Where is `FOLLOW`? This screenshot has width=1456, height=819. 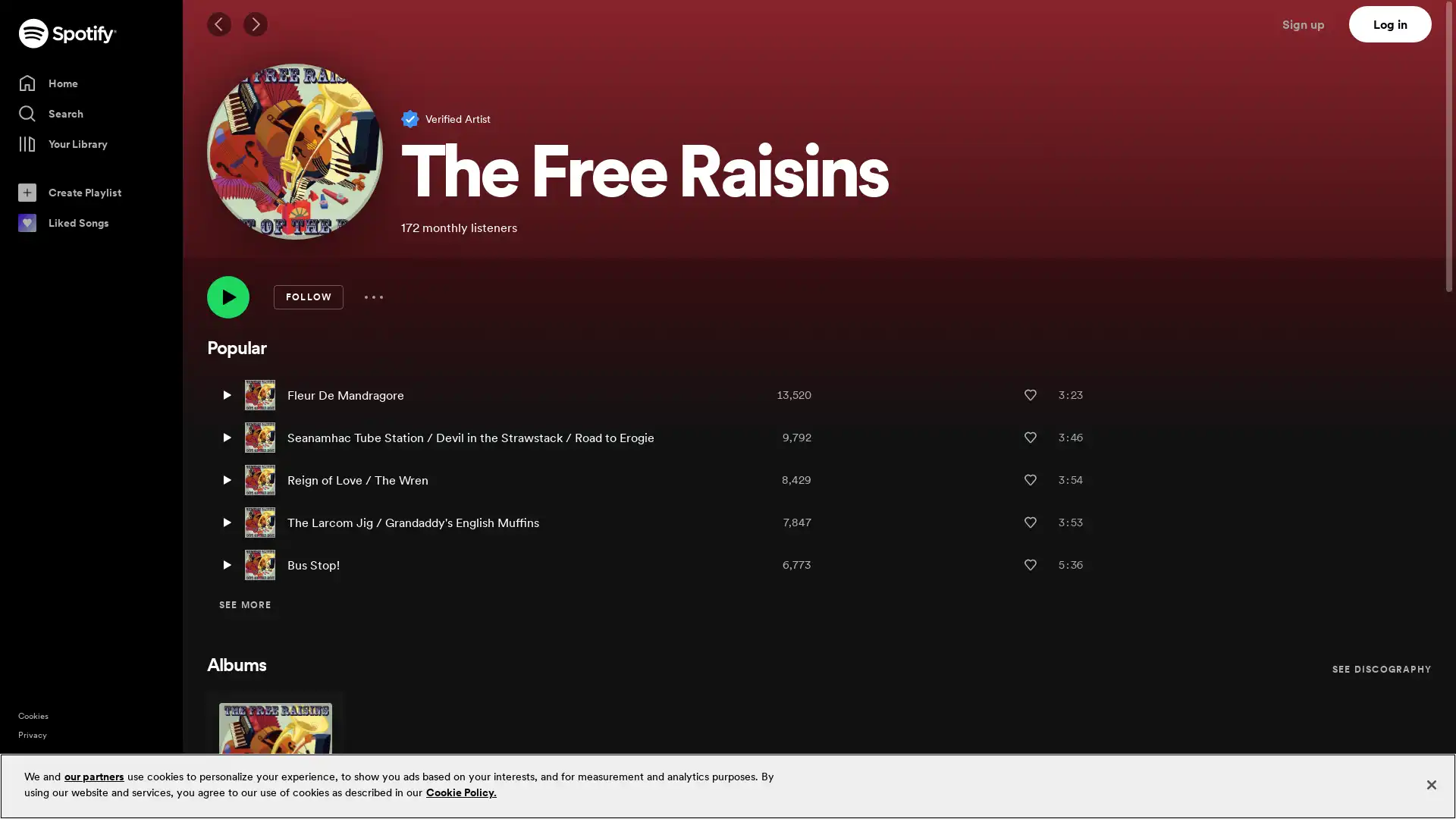
FOLLOW is located at coordinates (308, 297).